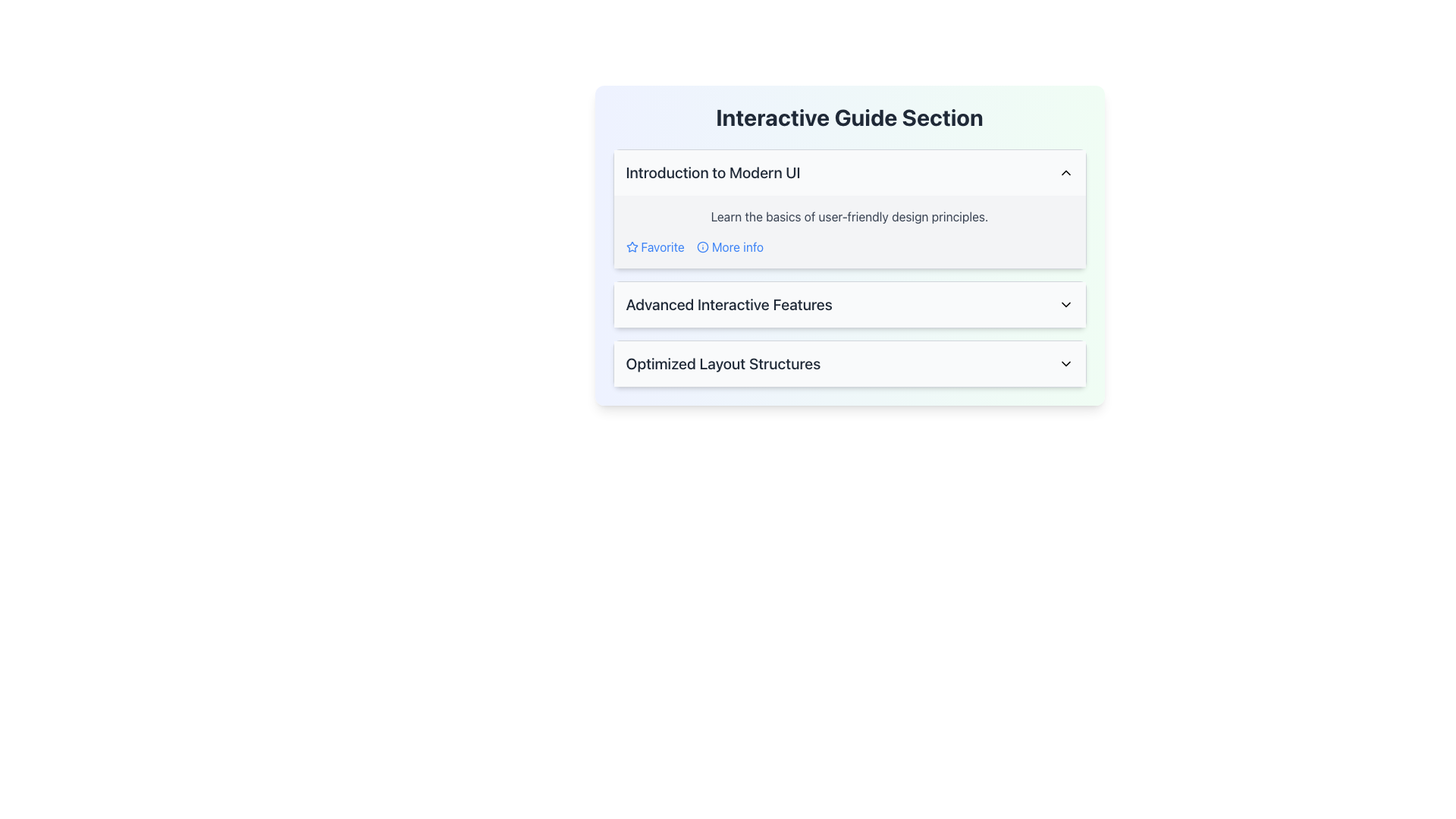  I want to click on the first collapsible panel under the 'Interactive Guide Section' to navigate, so click(849, 209).